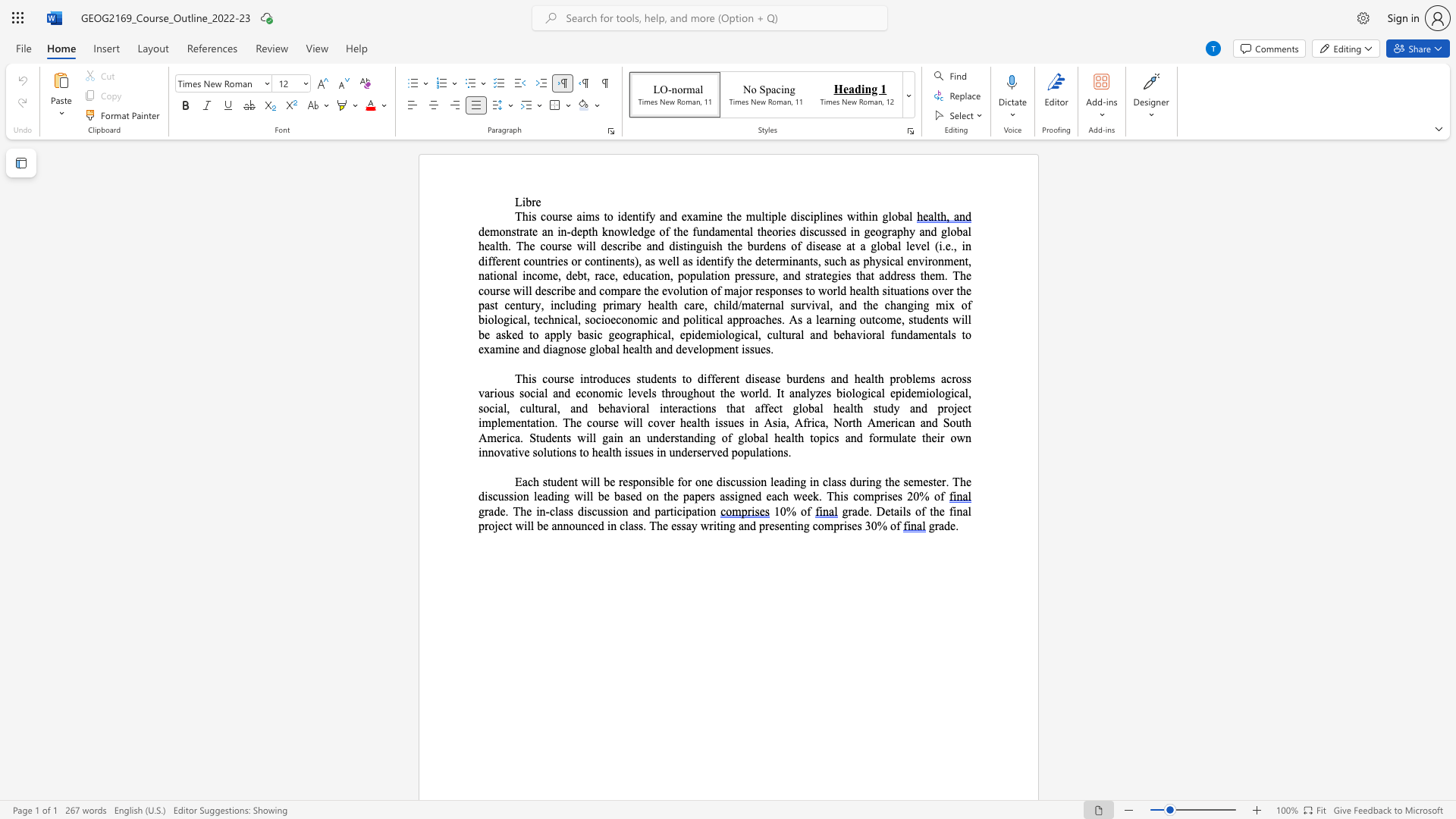 Image resolution: width=1456 pixels, height=819 pixels. I want to click on the 1th character "c" in the text, so click(598, 318).